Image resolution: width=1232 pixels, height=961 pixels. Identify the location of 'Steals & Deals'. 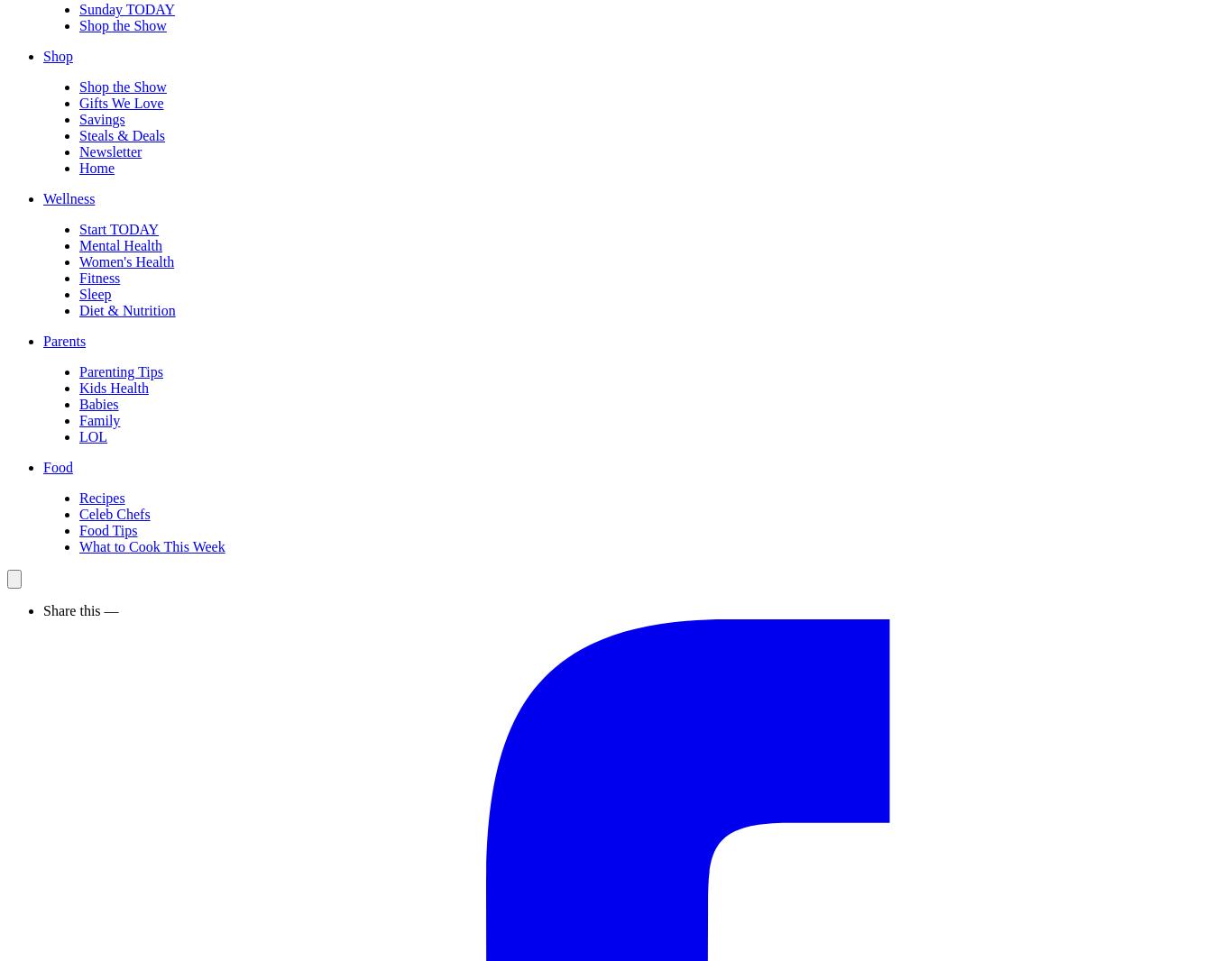
(121, 134).